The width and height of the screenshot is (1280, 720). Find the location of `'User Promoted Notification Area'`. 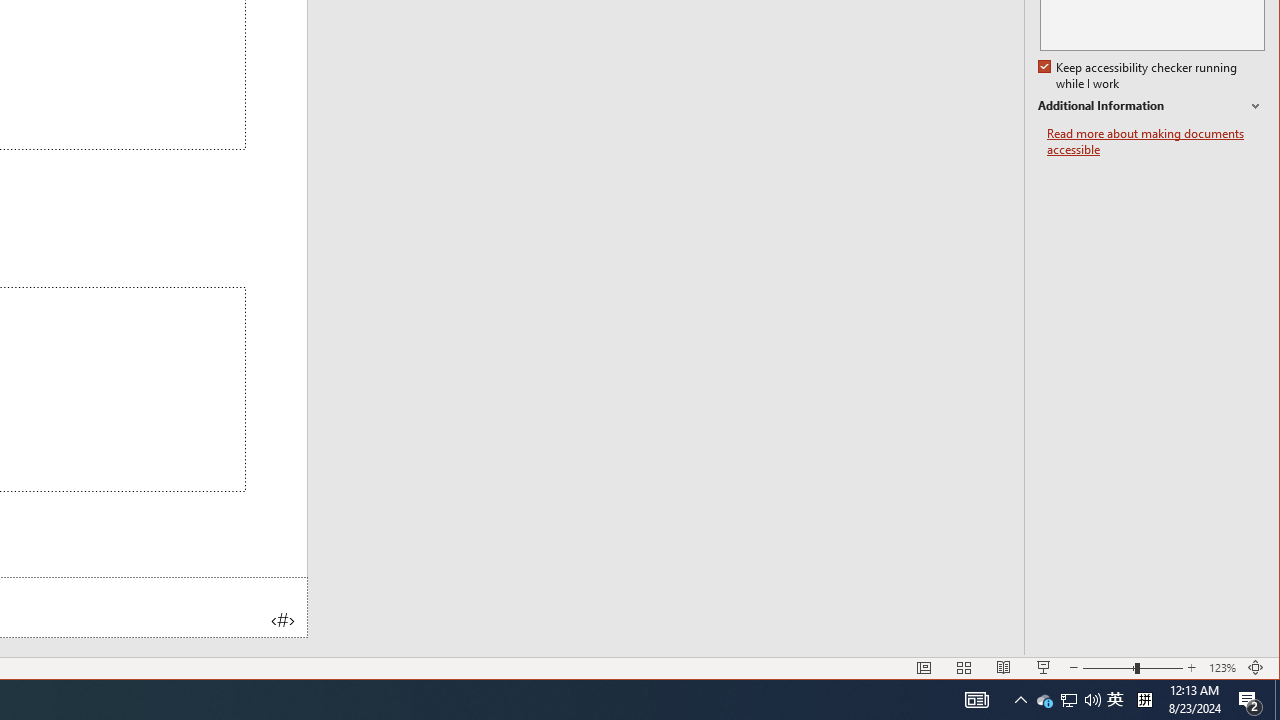

'User Promoted Notification Area' is located at coordinates (1020, 698).